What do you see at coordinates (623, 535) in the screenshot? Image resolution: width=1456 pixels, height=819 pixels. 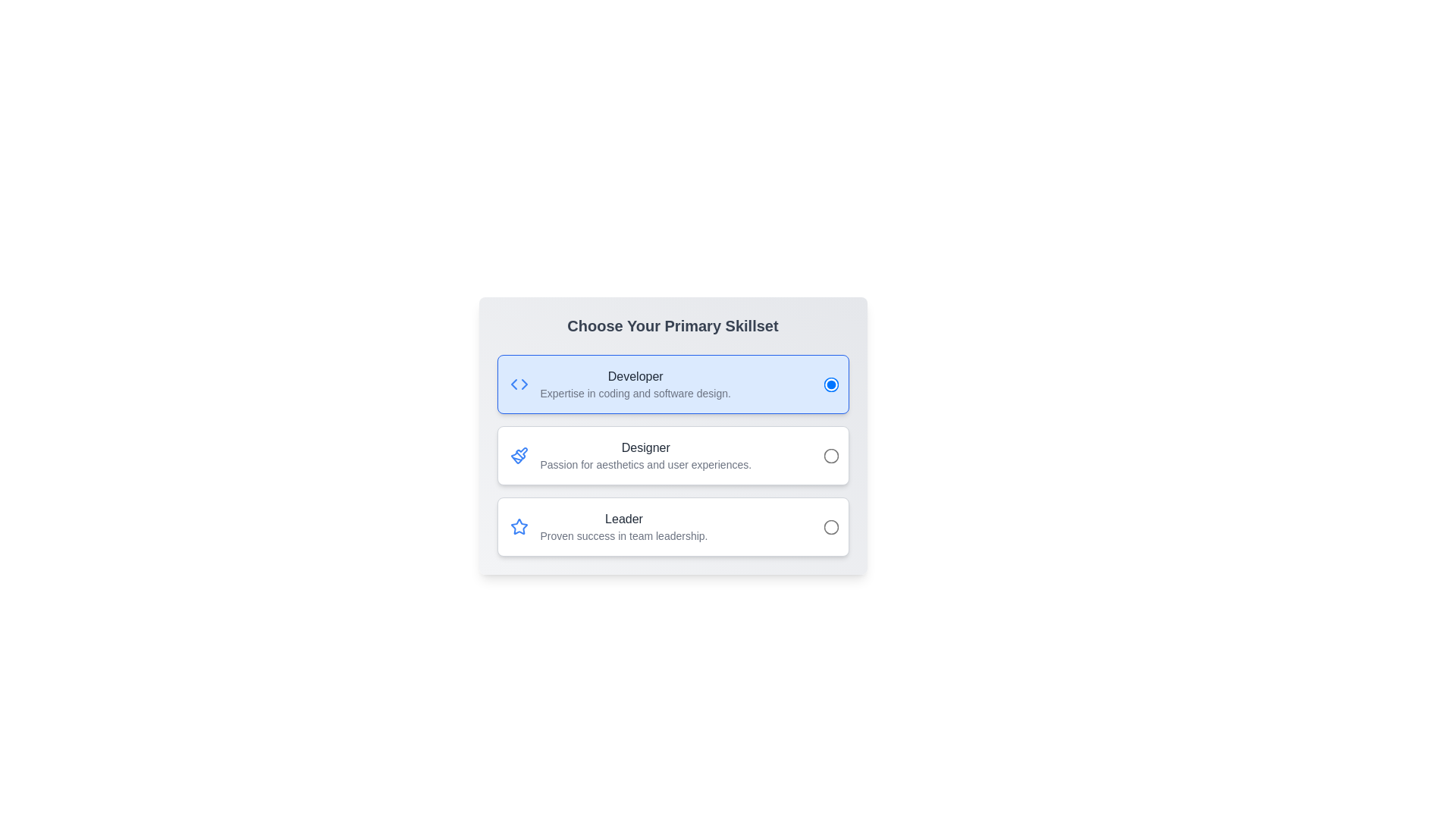 I see `text content of the Text label that says 'Proven success in team leadership.' positioned below the title 'Leader'` at bounding box center [623, 535].